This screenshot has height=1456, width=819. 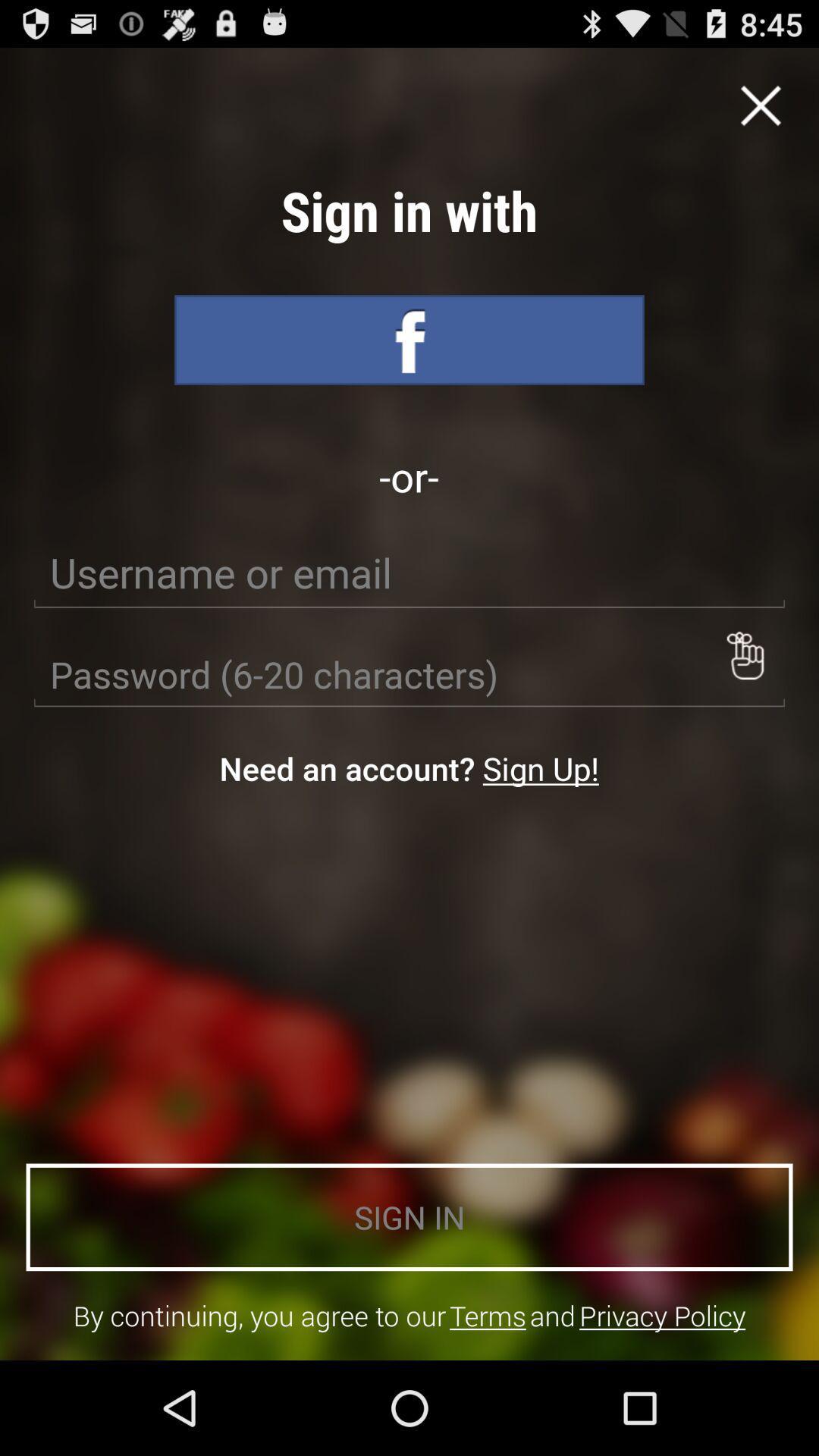 What do you see at coordinates (744, 655) in the screenshot?
I see `button above sign in icon` at bounding box center [744, 655].